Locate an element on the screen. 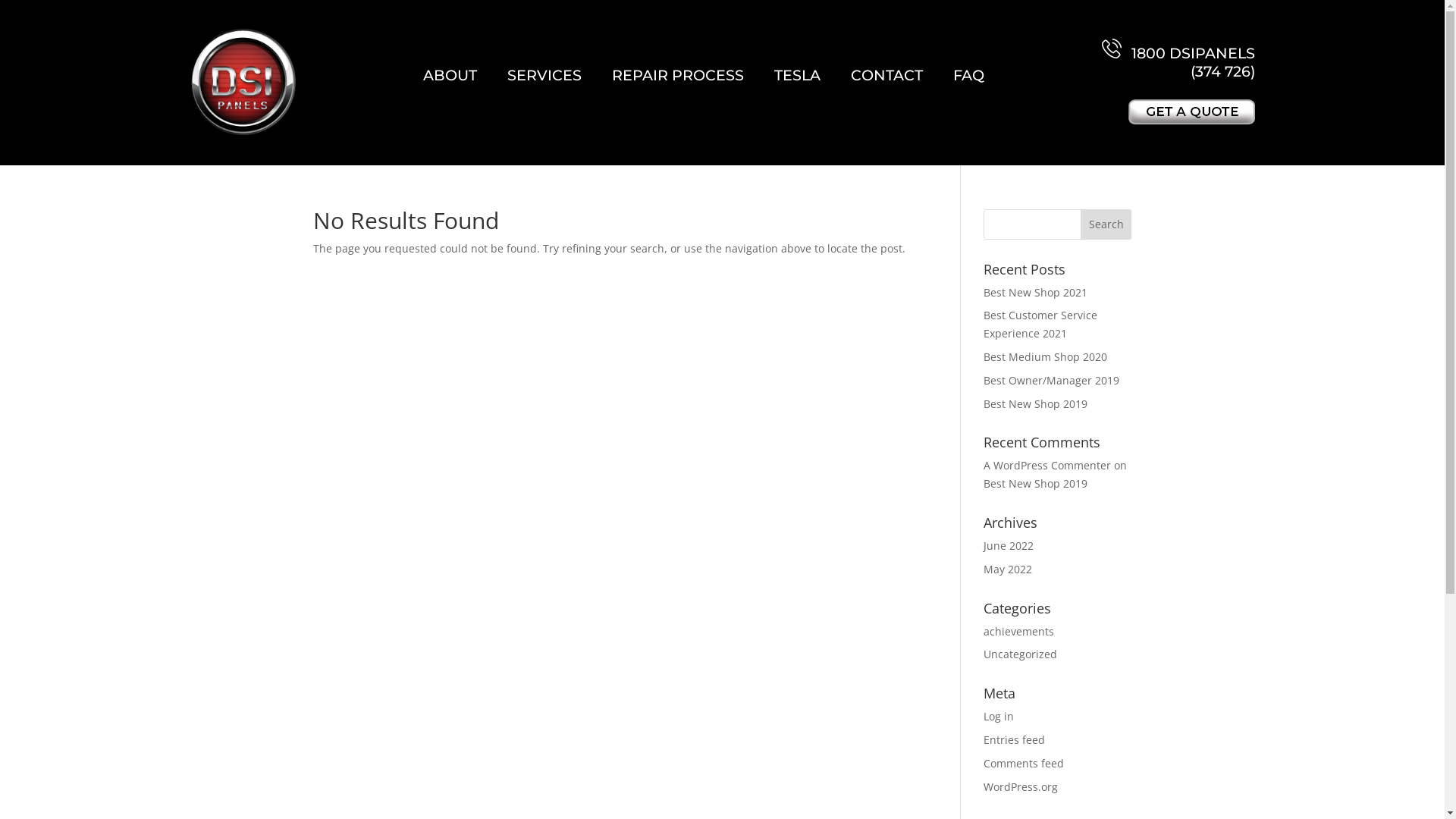  'SERVICES' is located at coordinates (544, 75).